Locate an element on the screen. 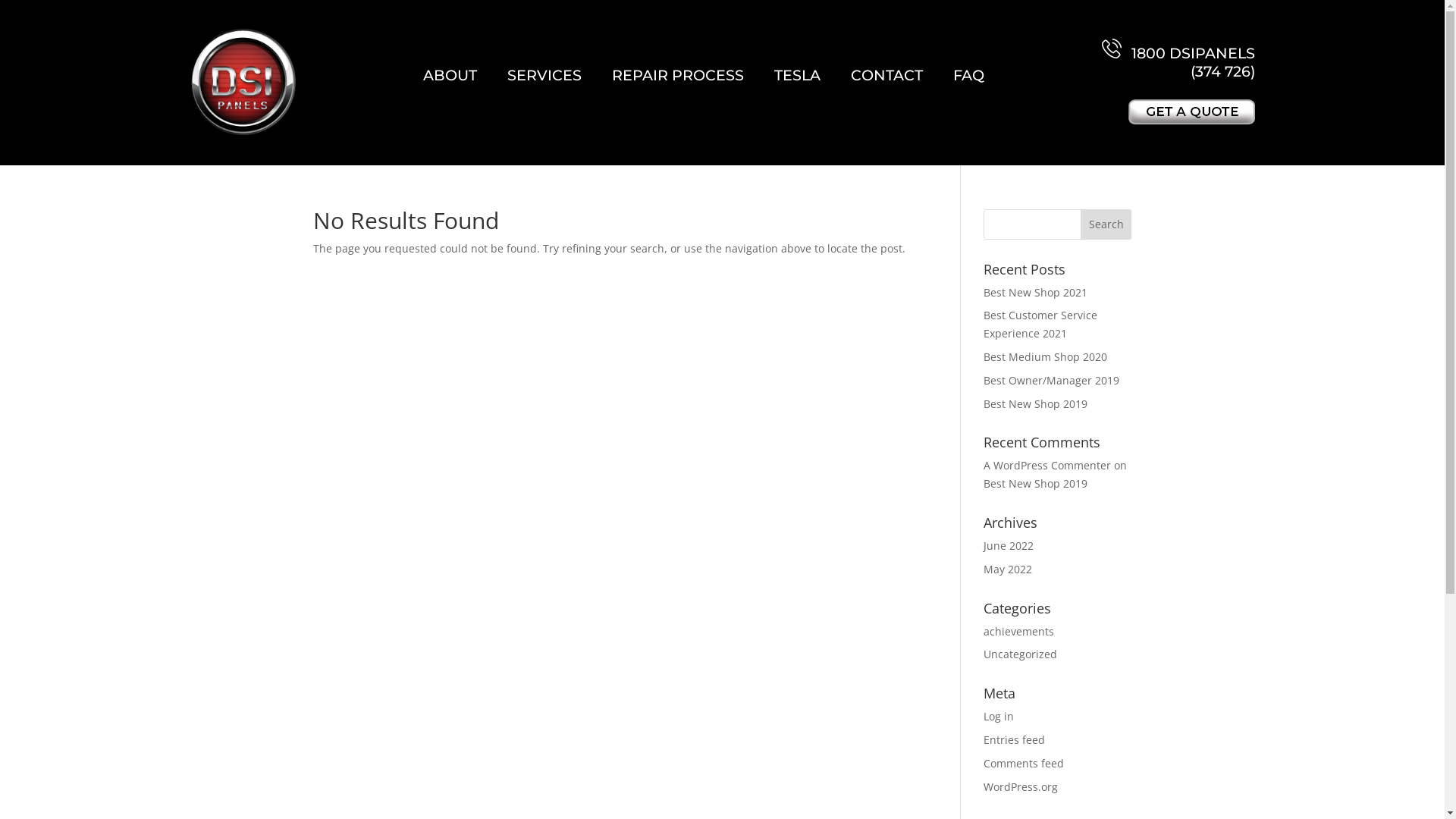  'SERVICES' is located at coordinates (544, 75).